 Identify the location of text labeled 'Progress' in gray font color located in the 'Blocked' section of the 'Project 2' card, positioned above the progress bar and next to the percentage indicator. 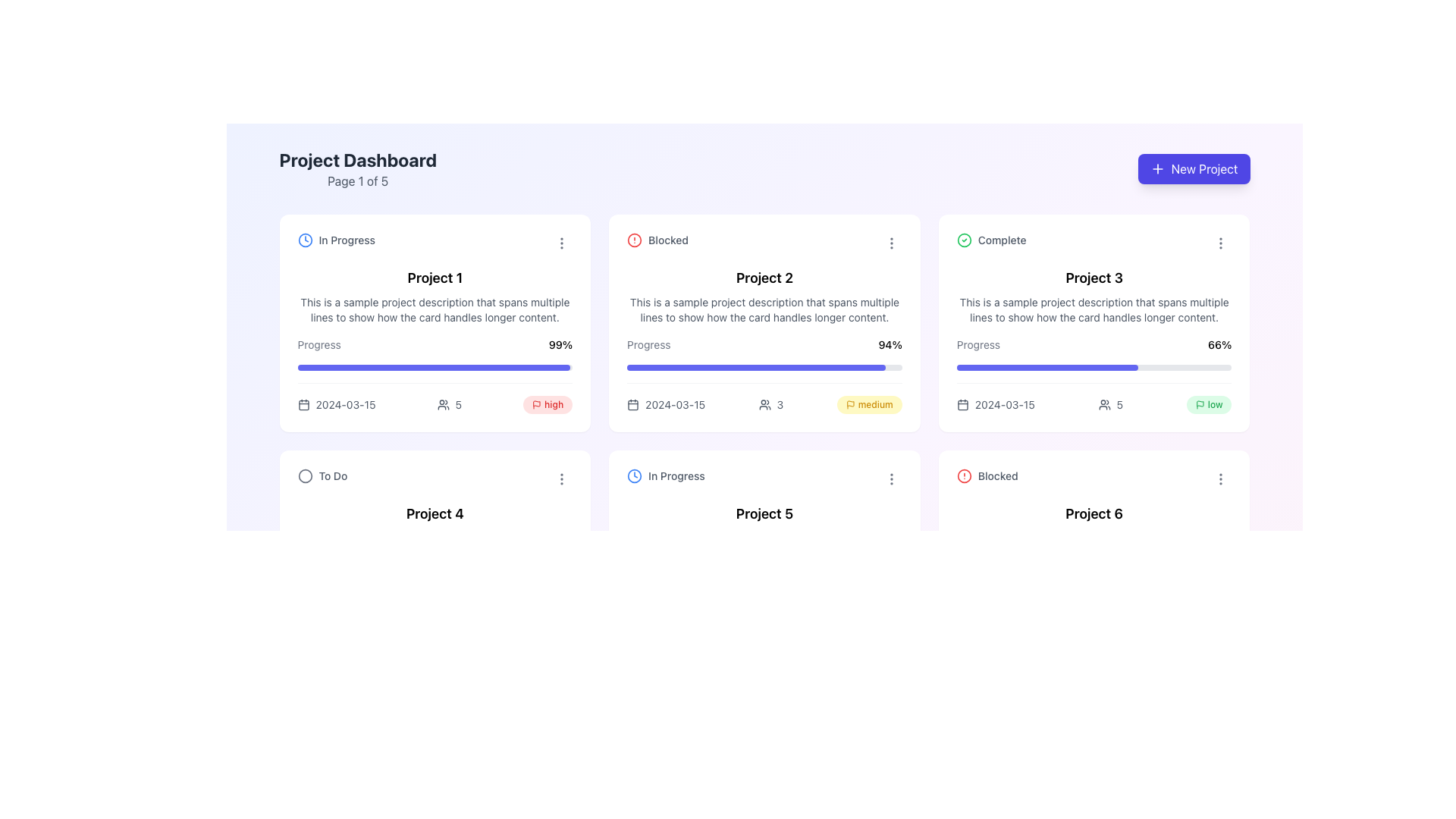
(648, 345).